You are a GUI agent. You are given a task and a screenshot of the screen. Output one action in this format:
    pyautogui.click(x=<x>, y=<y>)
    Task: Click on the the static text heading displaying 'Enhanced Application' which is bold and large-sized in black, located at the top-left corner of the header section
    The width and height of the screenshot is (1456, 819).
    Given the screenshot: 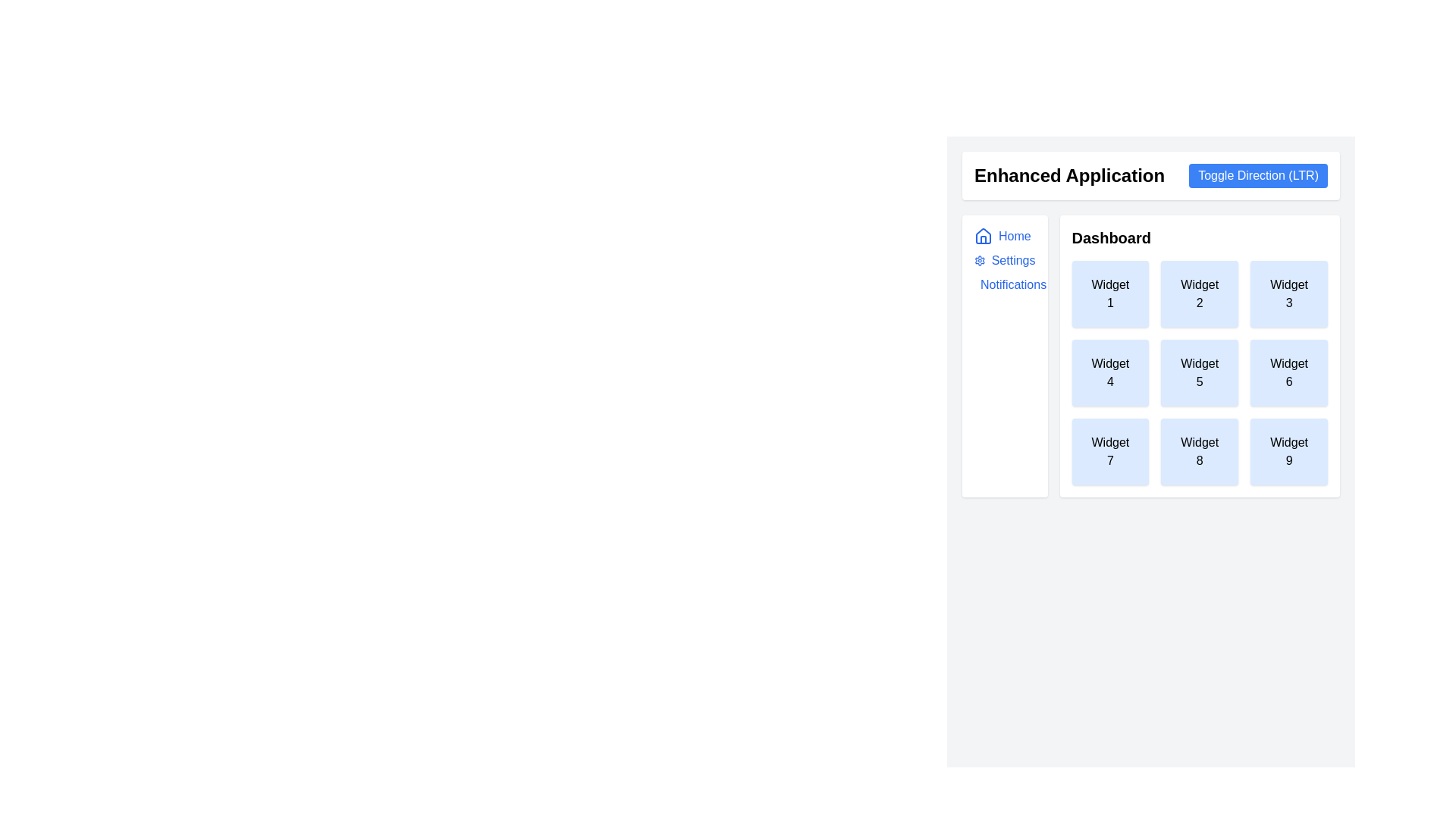 What is the action you would take?
    pyautogui.click(x=1068, y=174)
    